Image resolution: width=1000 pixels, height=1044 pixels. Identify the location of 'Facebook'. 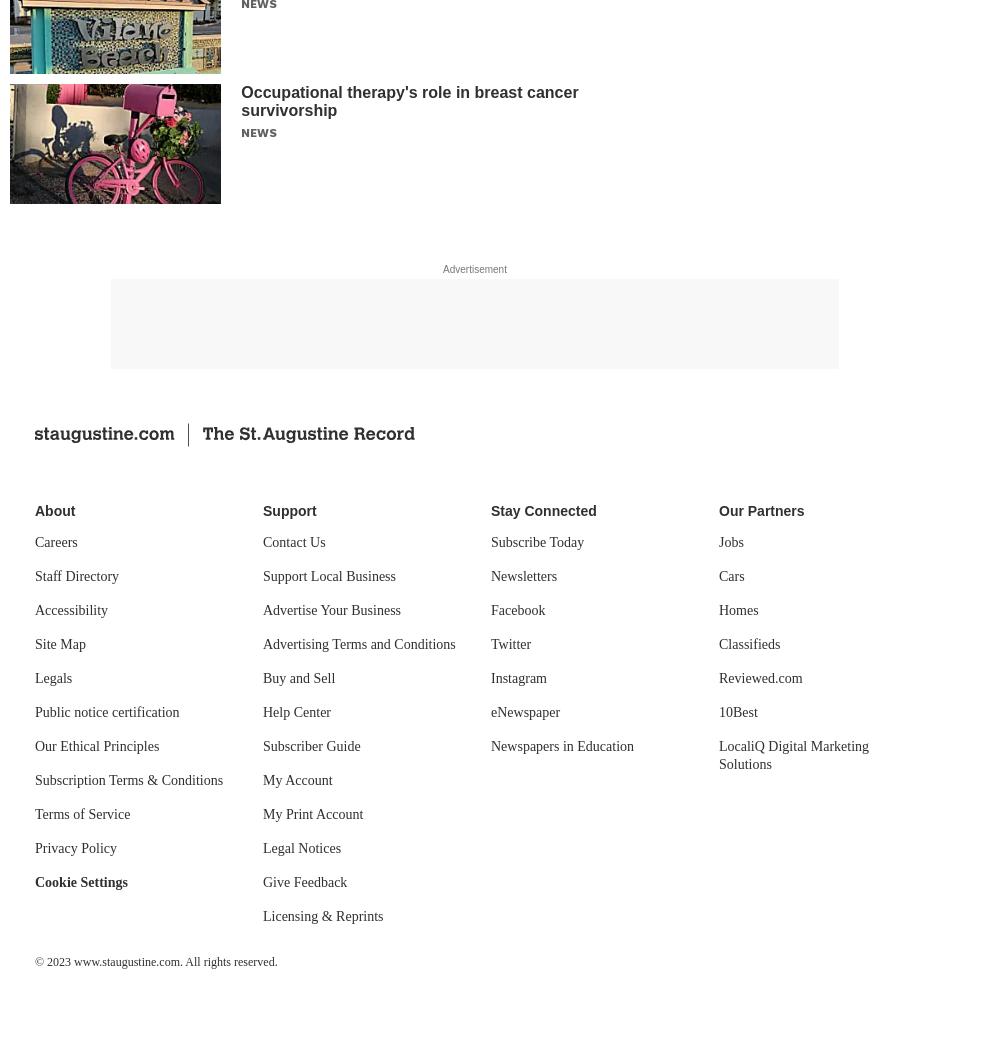
(518, 610).